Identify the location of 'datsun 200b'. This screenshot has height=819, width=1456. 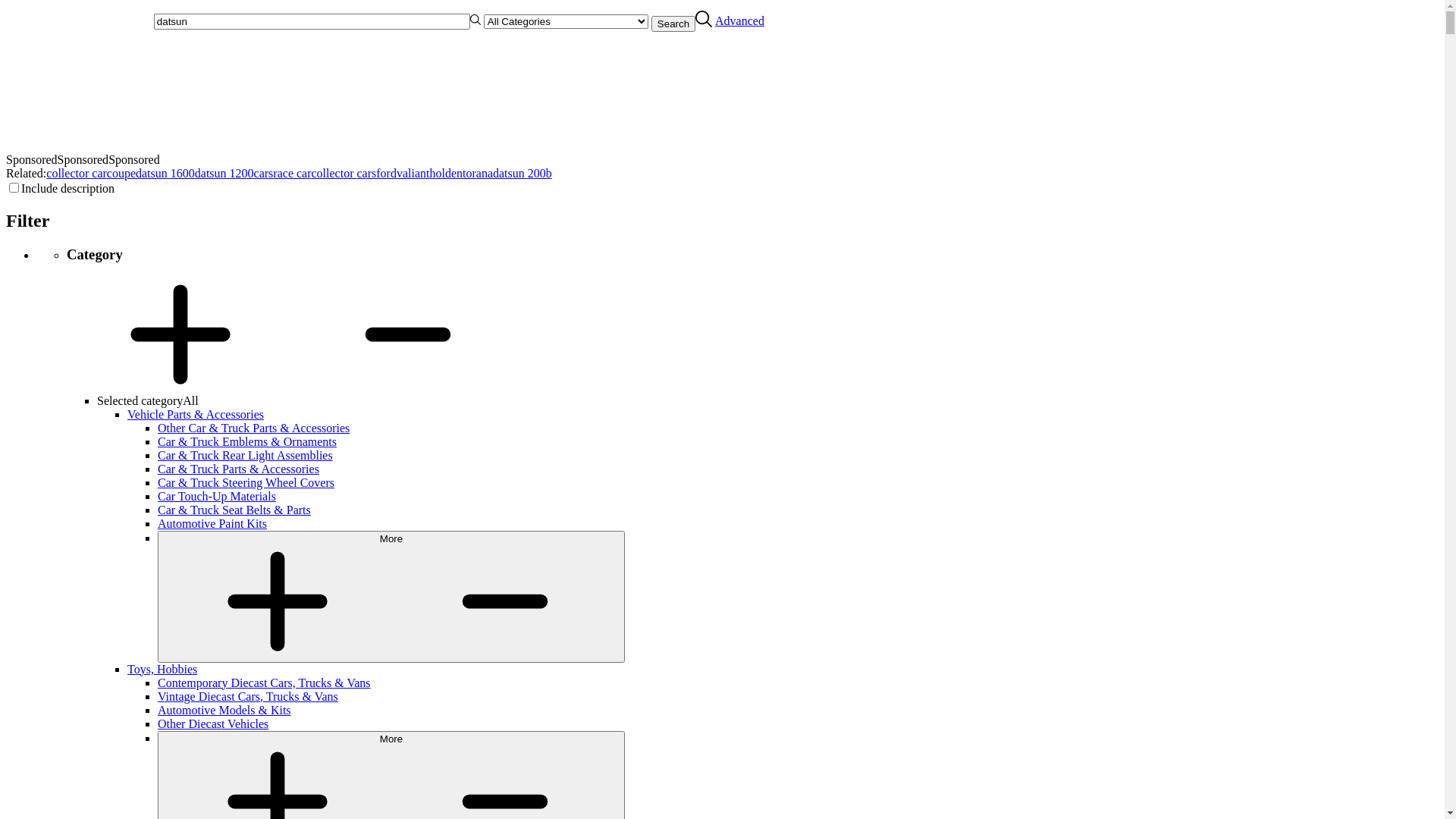
(522, 172).